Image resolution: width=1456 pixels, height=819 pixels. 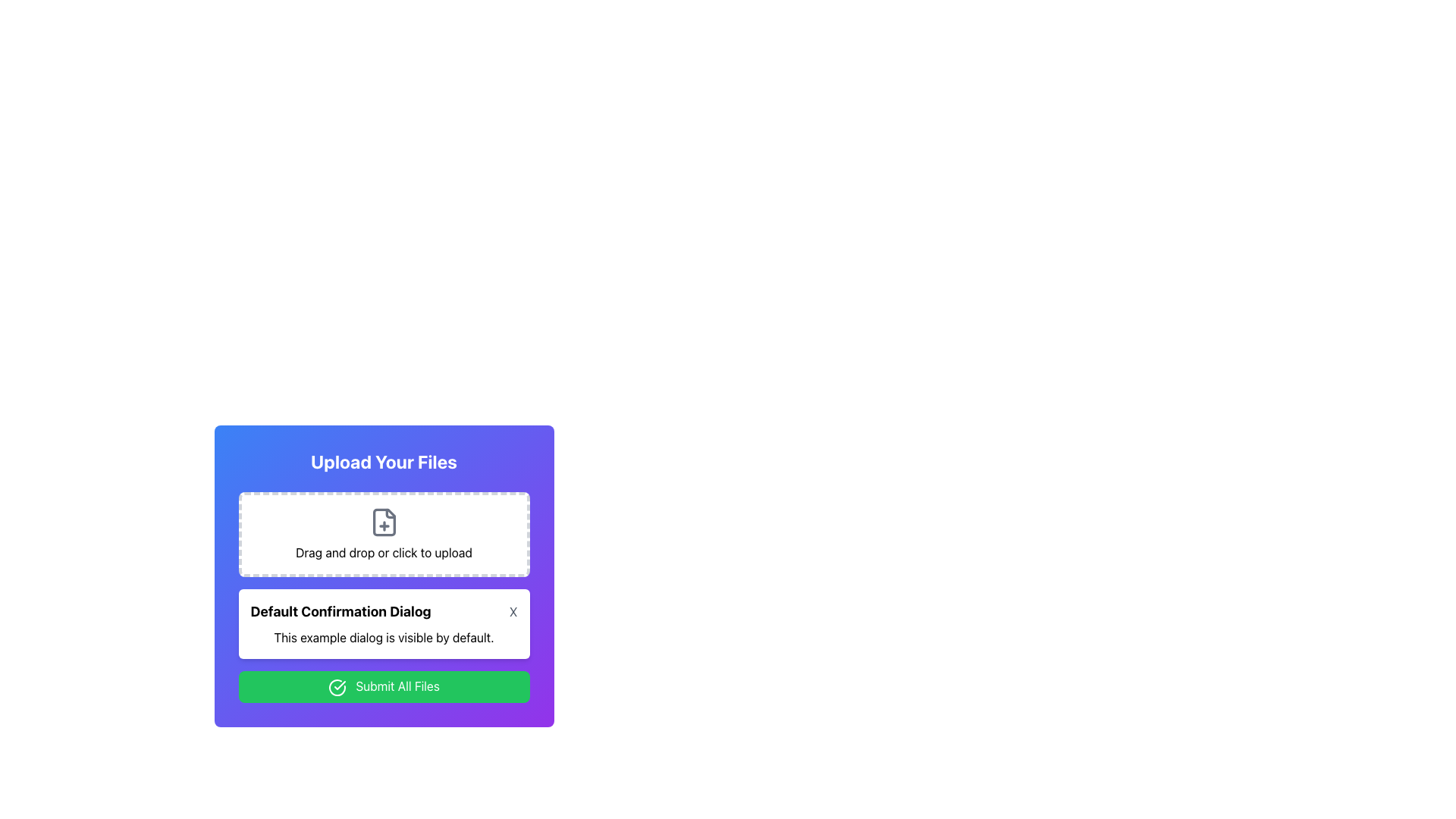 What do you see at coordinates (384, 610) in the screenshot?
I see `the 'X' button on the 'Default Confirmation Dialog'` at bounding box center [384, 610].